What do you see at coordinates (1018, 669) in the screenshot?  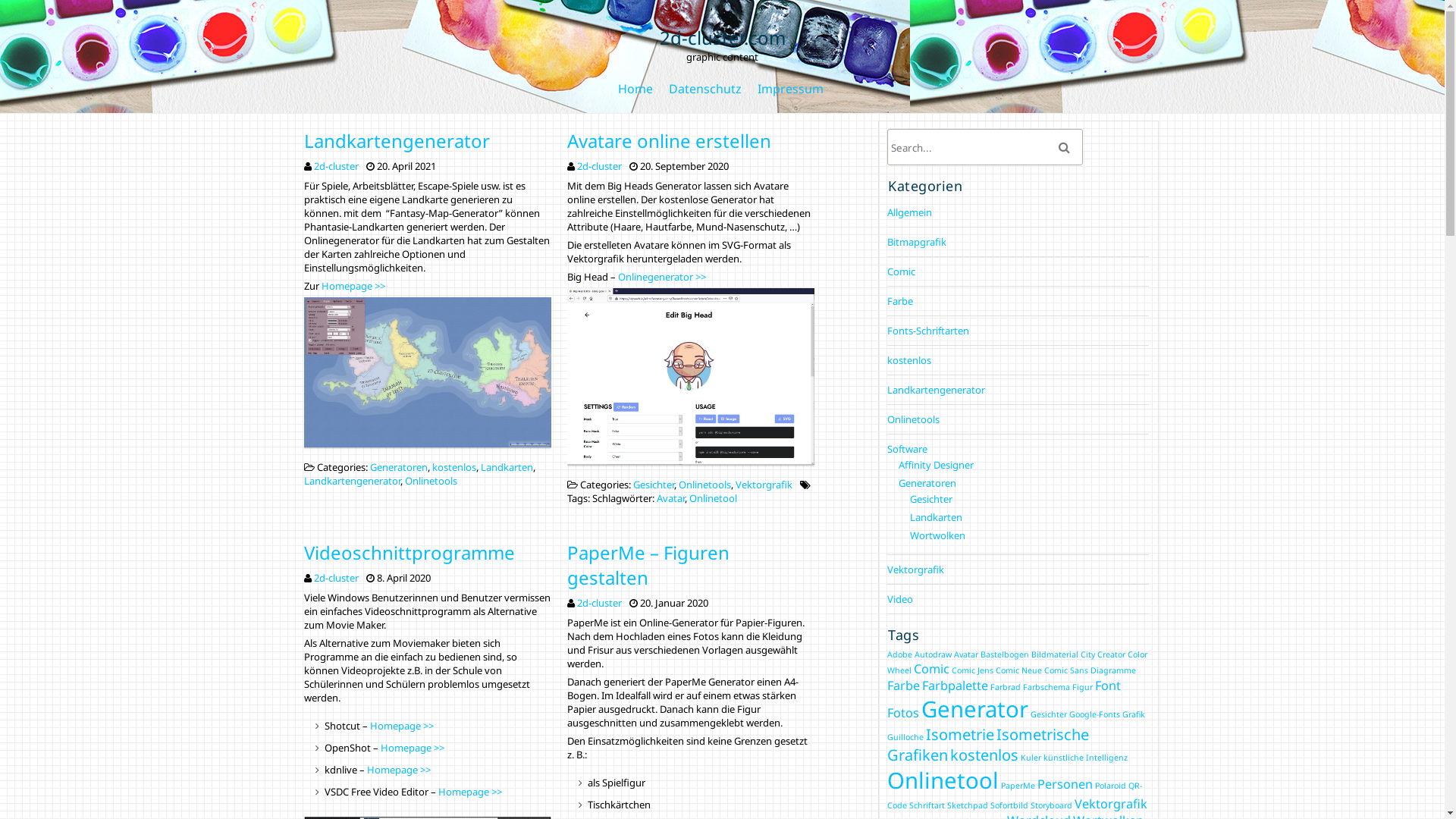 I see `'Comic Neue'` at bounding box center [1018, 669].